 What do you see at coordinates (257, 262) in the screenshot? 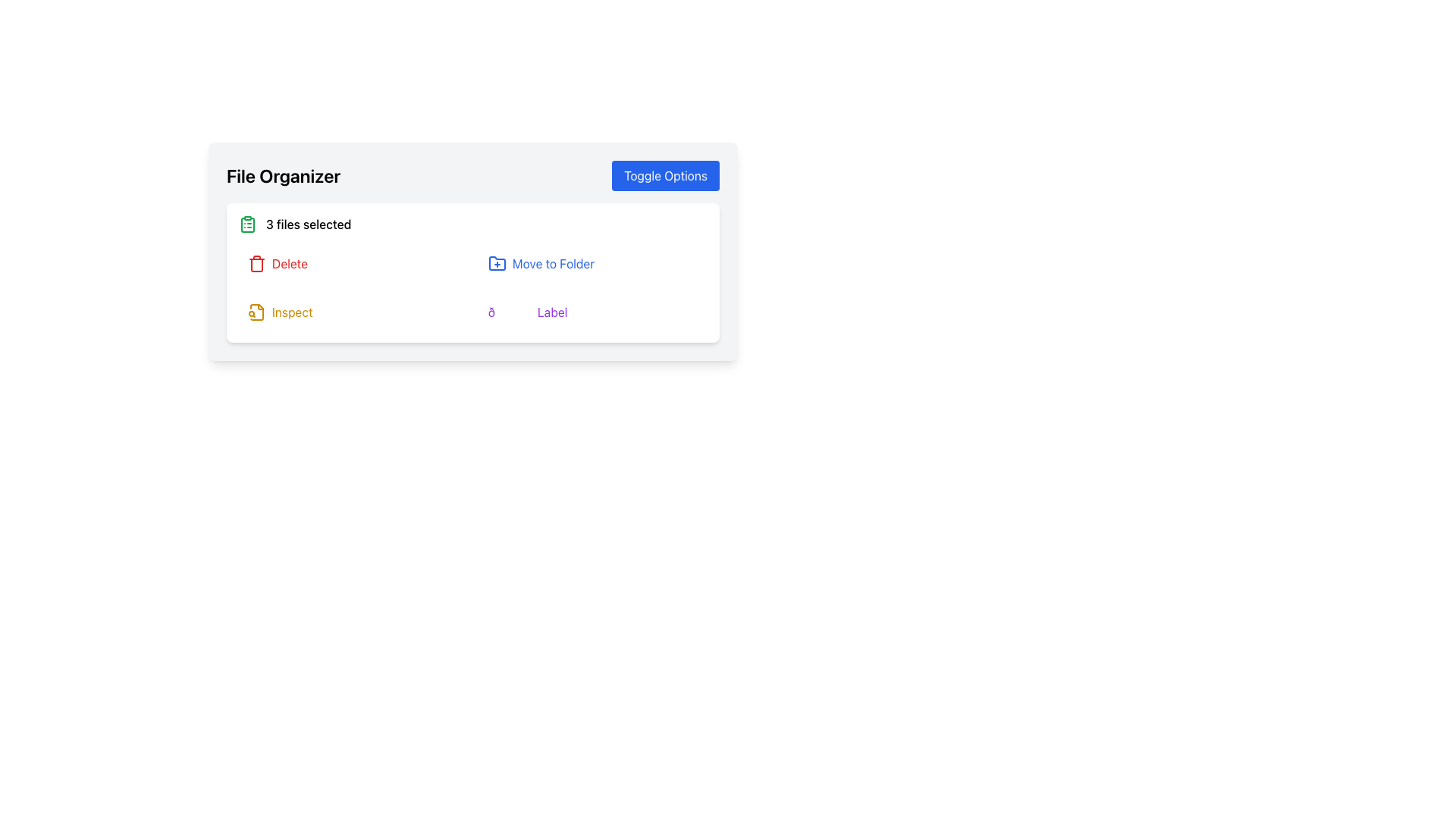
I see `the deletion icon located in the second slot of the action list to visually recognize the icon associated with the 'Delete' option` at bounding box center [257, 262].